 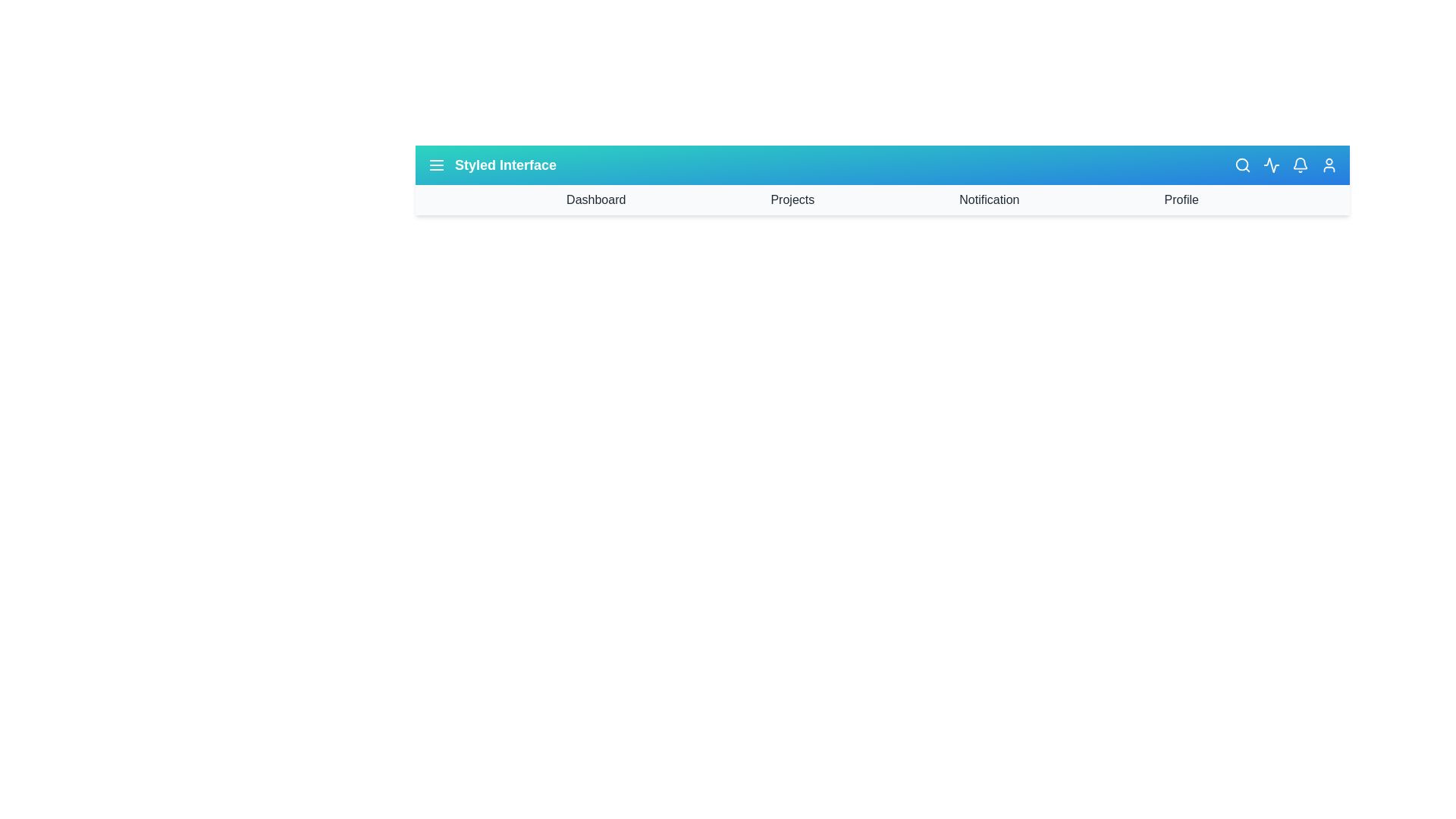 What do you see at coordinates (792, 199) in the screenshot?
I see `the navigation item Projects` at bounding box center [792, 199].